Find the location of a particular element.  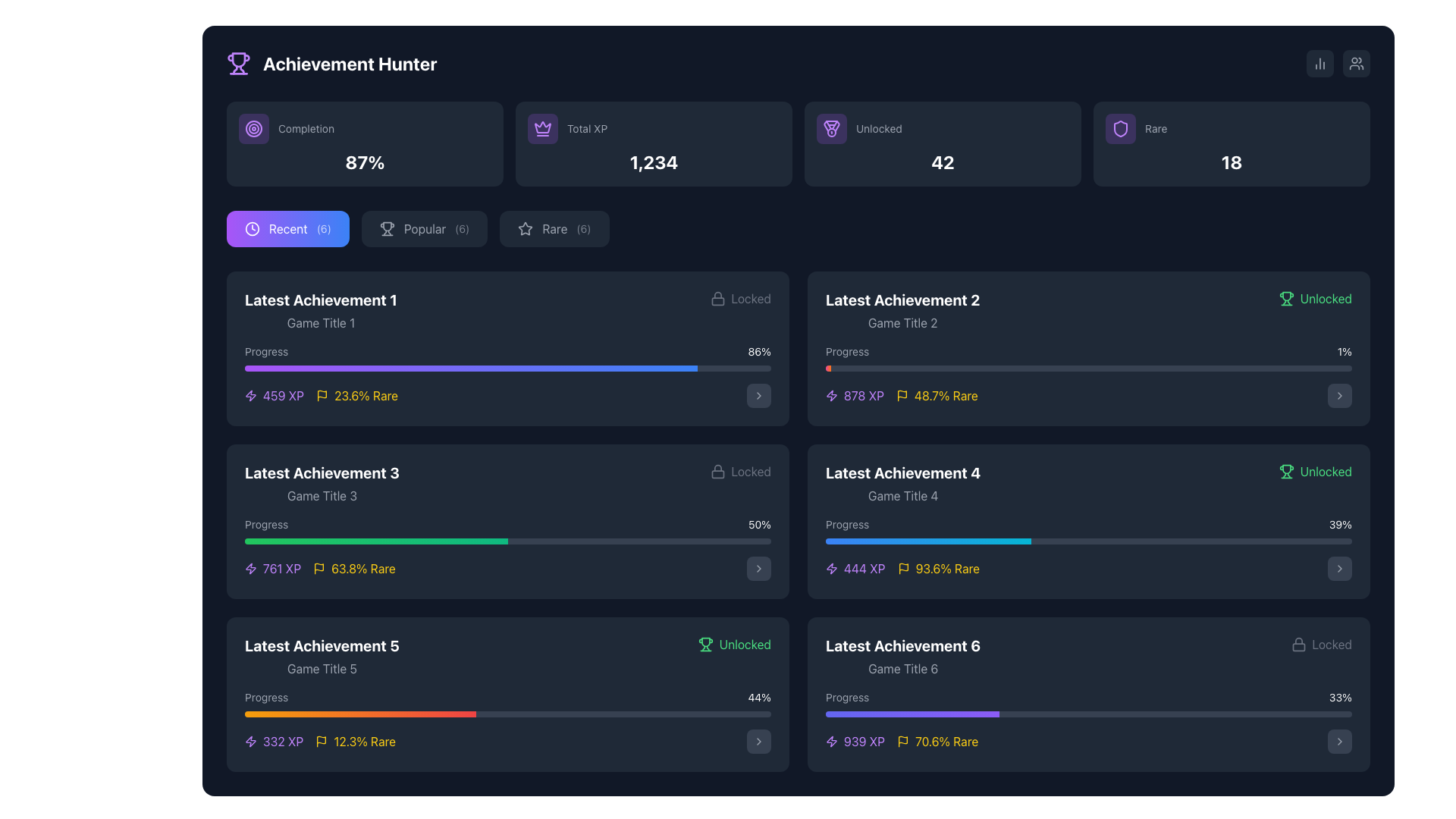

the associated icons within the Achievement card located in the middle-left section of the grid layout, specifically the third card from the top in the left column is located at coordinates (508, 520).